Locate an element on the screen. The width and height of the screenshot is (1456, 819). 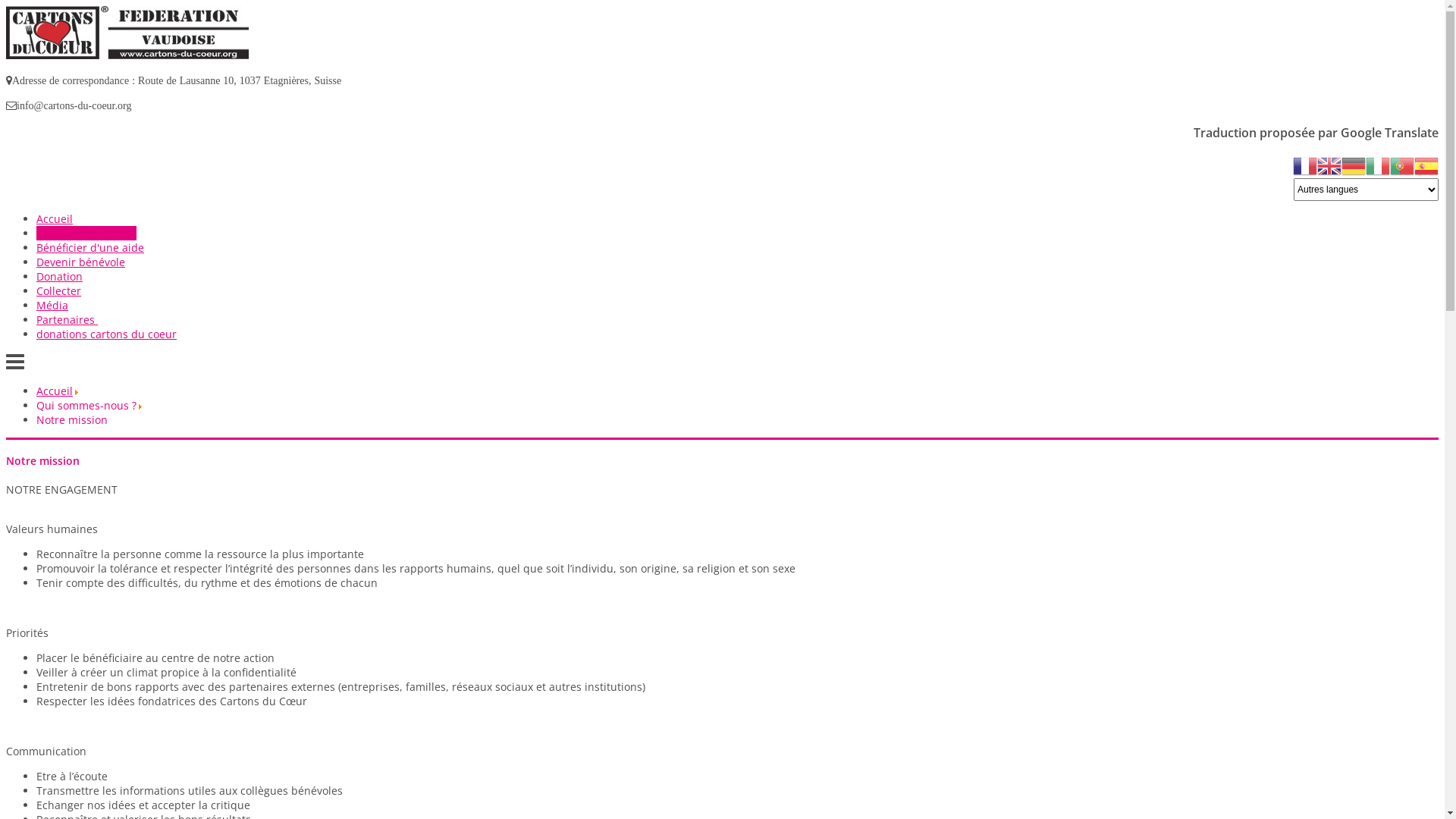
'Portuguese' is located at coordinates (1401, 165).